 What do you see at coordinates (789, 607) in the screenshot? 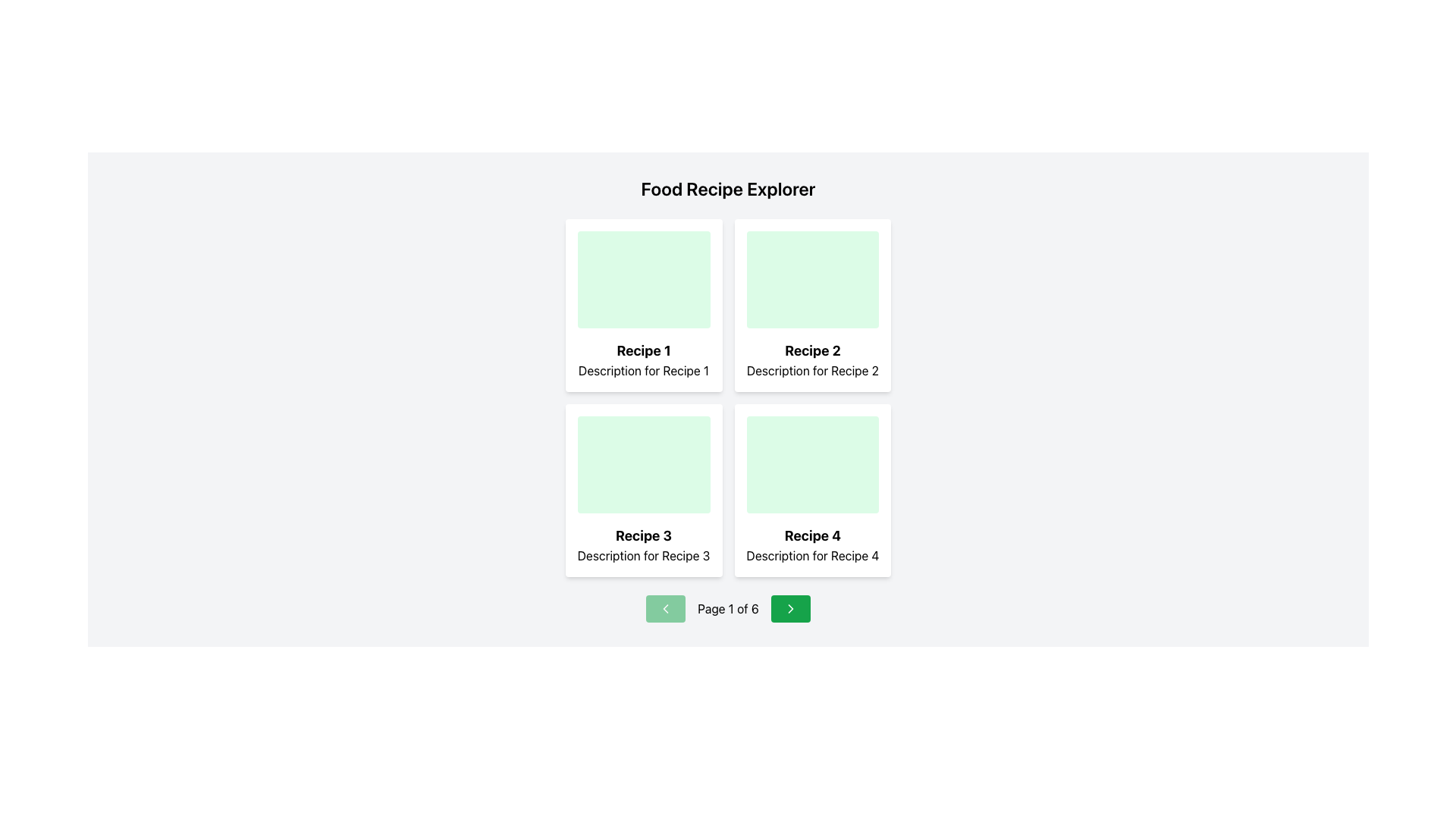
I see `the right-pointing chevron icon located within the green button in the navigation section at the bottom of the interface, to the right of the page number indicator, for keyboard navigation` at bounding box center [789, 607].